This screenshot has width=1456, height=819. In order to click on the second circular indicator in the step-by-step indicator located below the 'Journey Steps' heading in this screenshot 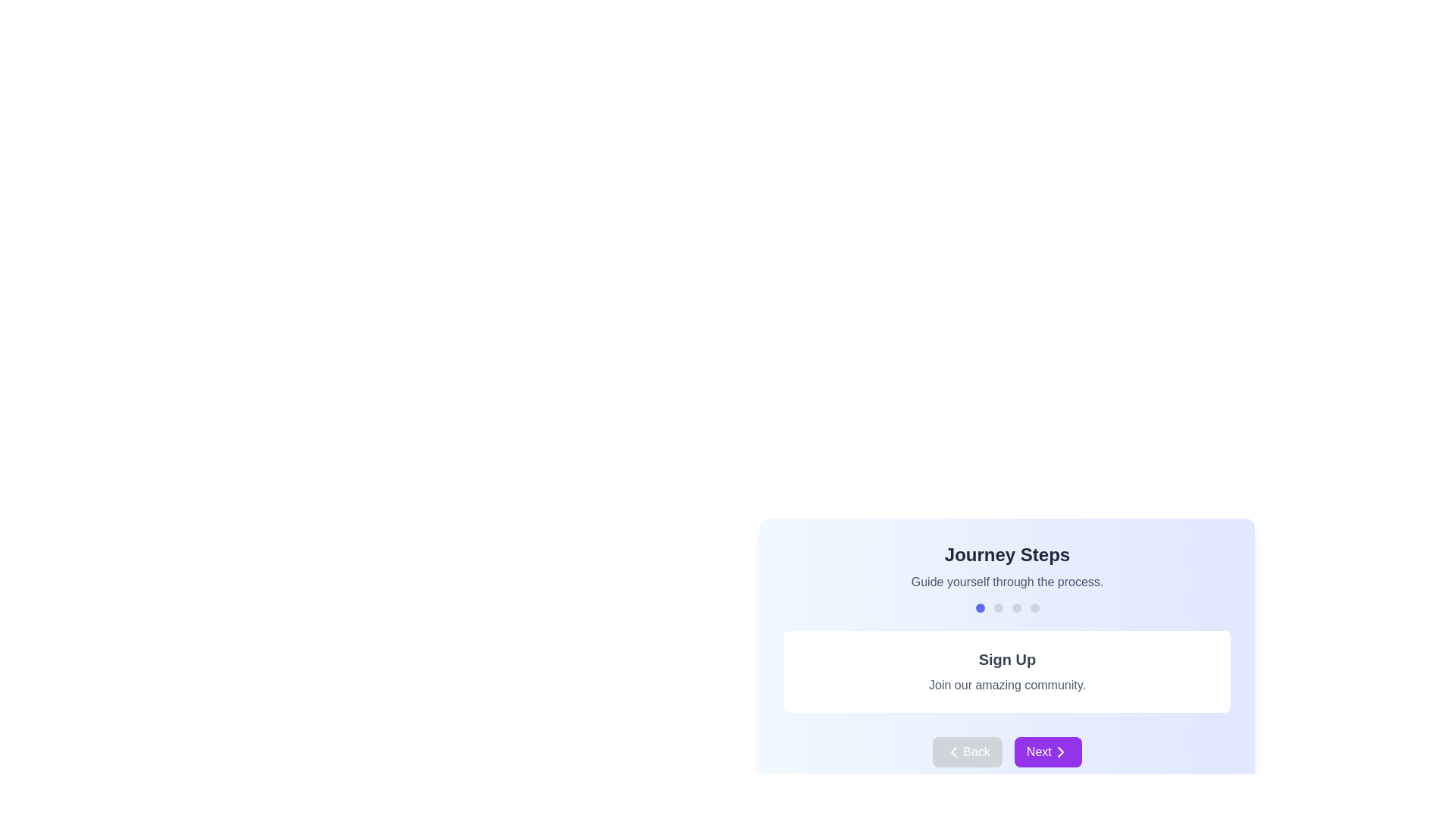, I will do `click(998, 607)`.